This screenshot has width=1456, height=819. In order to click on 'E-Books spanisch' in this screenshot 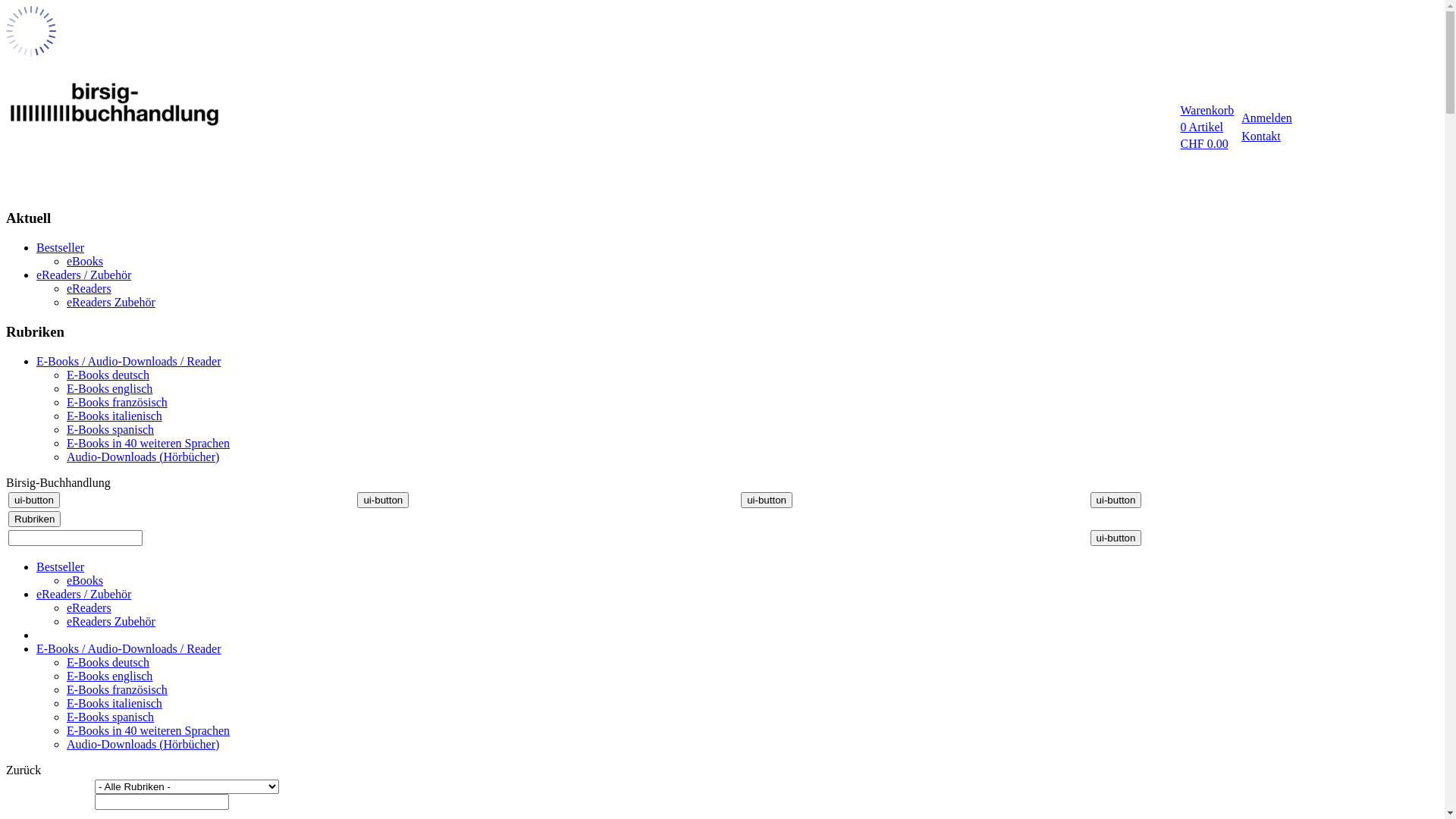, I will do `click(109, 429)`.